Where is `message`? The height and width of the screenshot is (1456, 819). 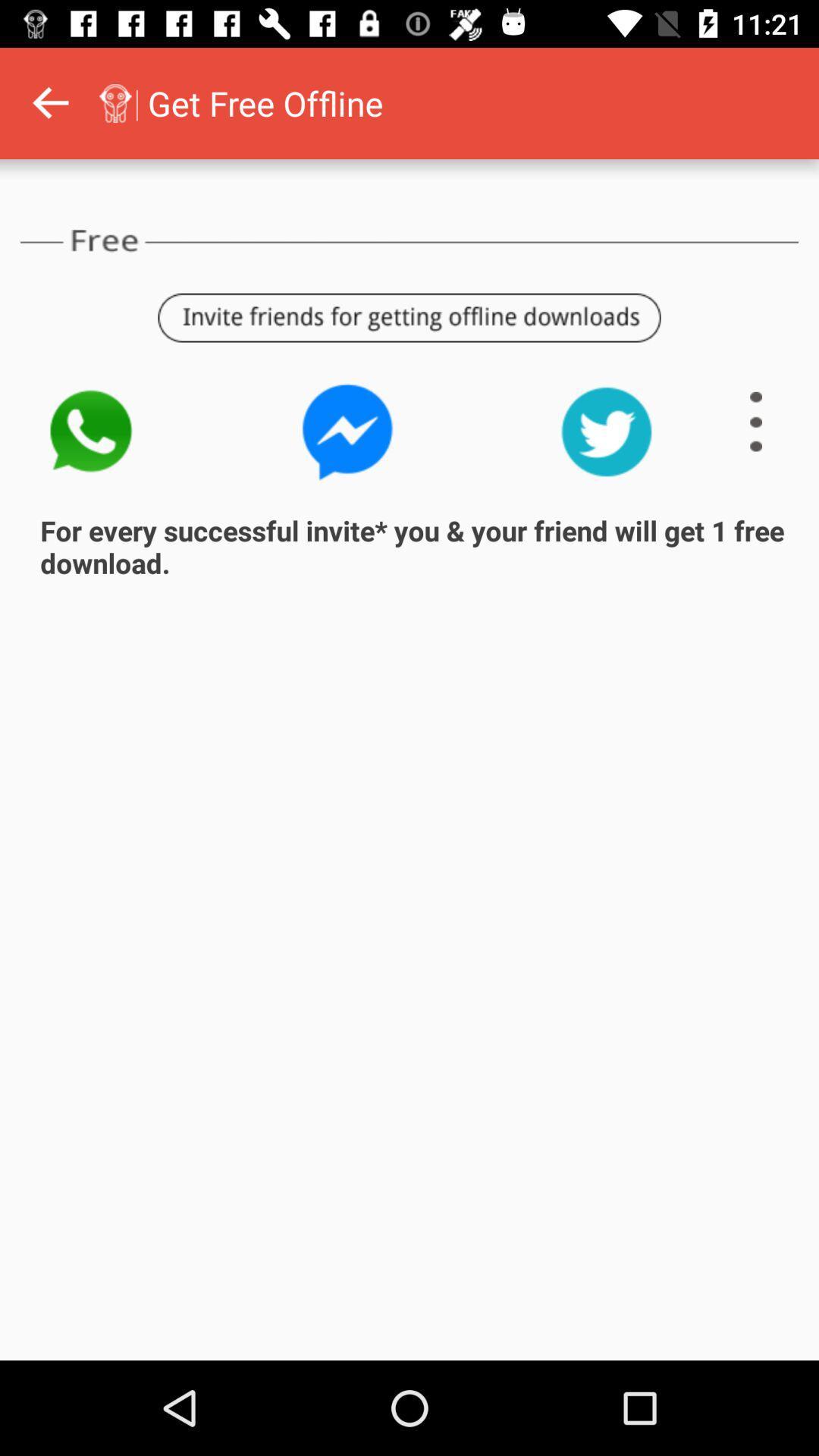
message is located at coordinates (348, 431).